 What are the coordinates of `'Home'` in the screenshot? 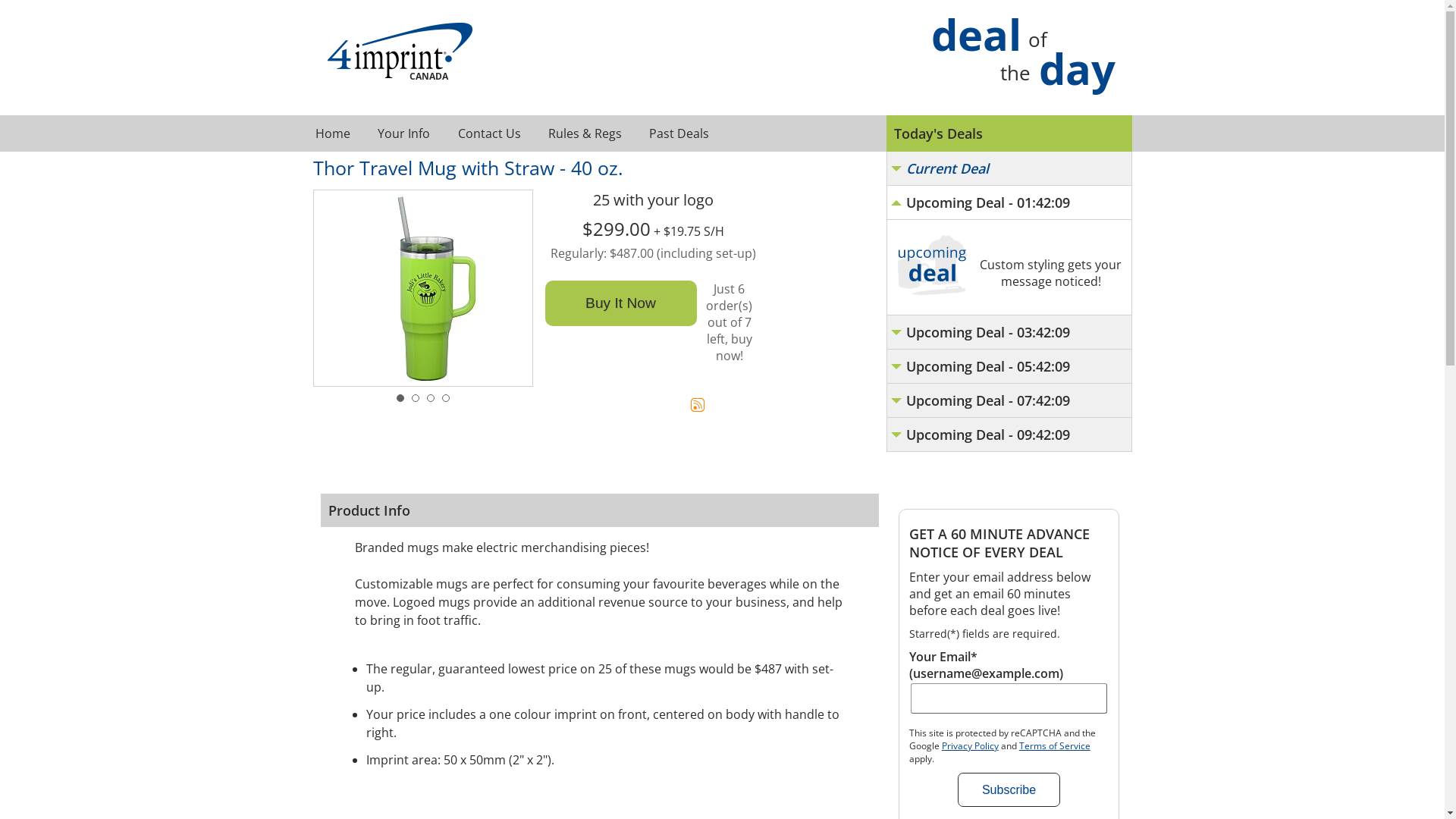 It's located at (331, 133).